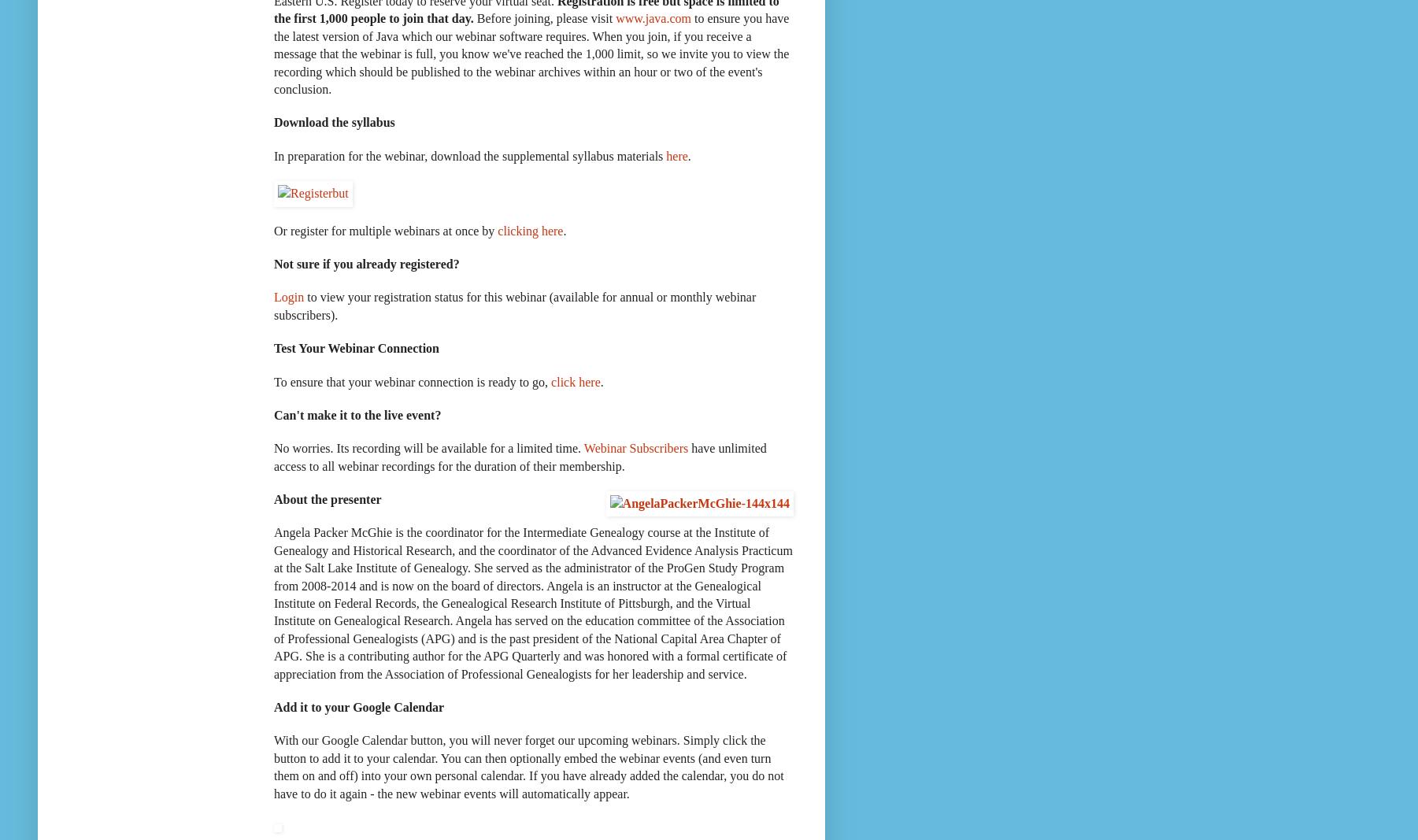 The height and width of the screenshot is (840, 1418). I want to click on 'here', so click(676, 155).